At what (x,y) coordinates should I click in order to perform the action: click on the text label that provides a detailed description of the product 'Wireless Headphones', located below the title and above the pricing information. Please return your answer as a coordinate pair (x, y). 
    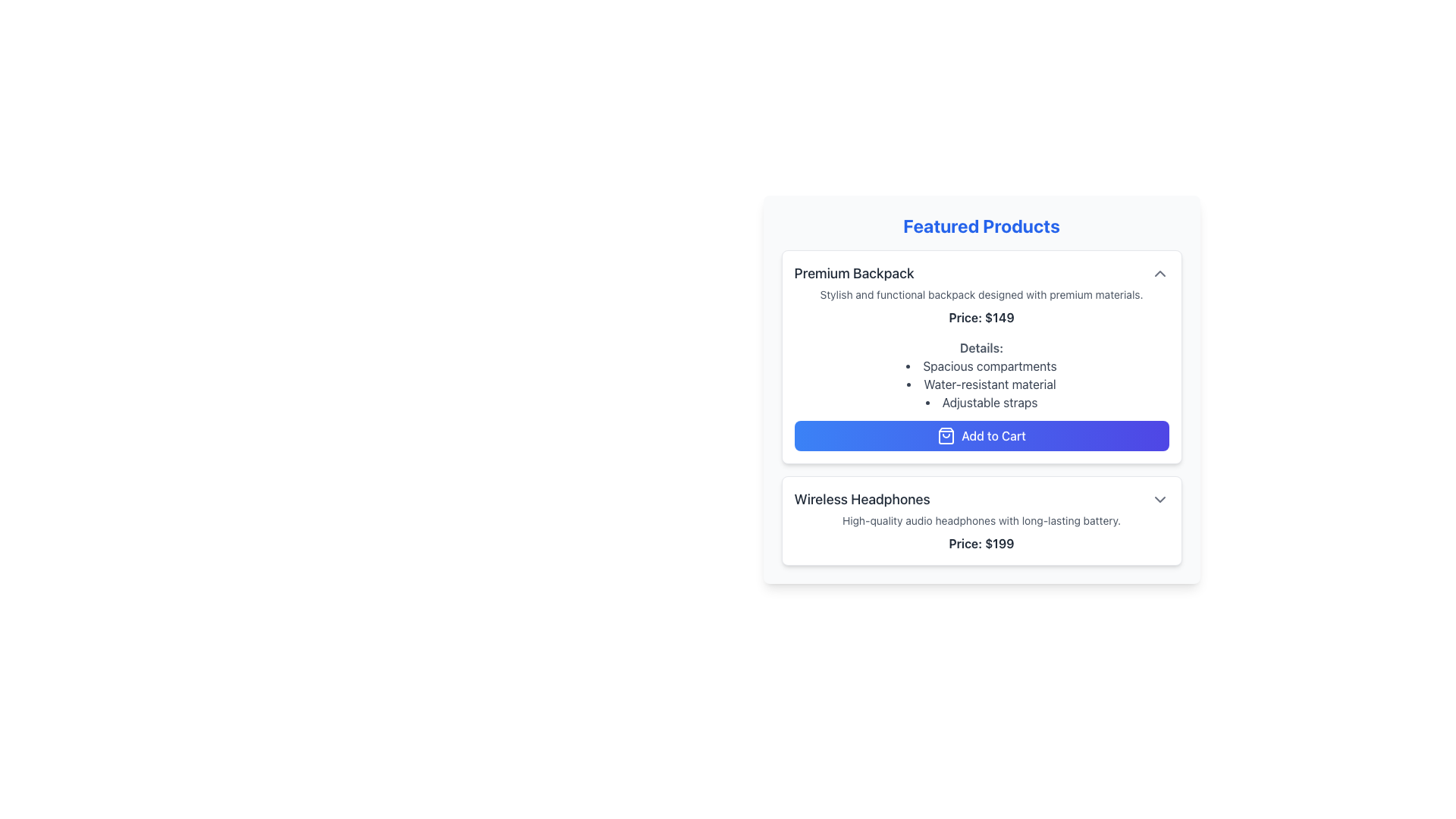
    Looking at the image, I should click on (981, 519).